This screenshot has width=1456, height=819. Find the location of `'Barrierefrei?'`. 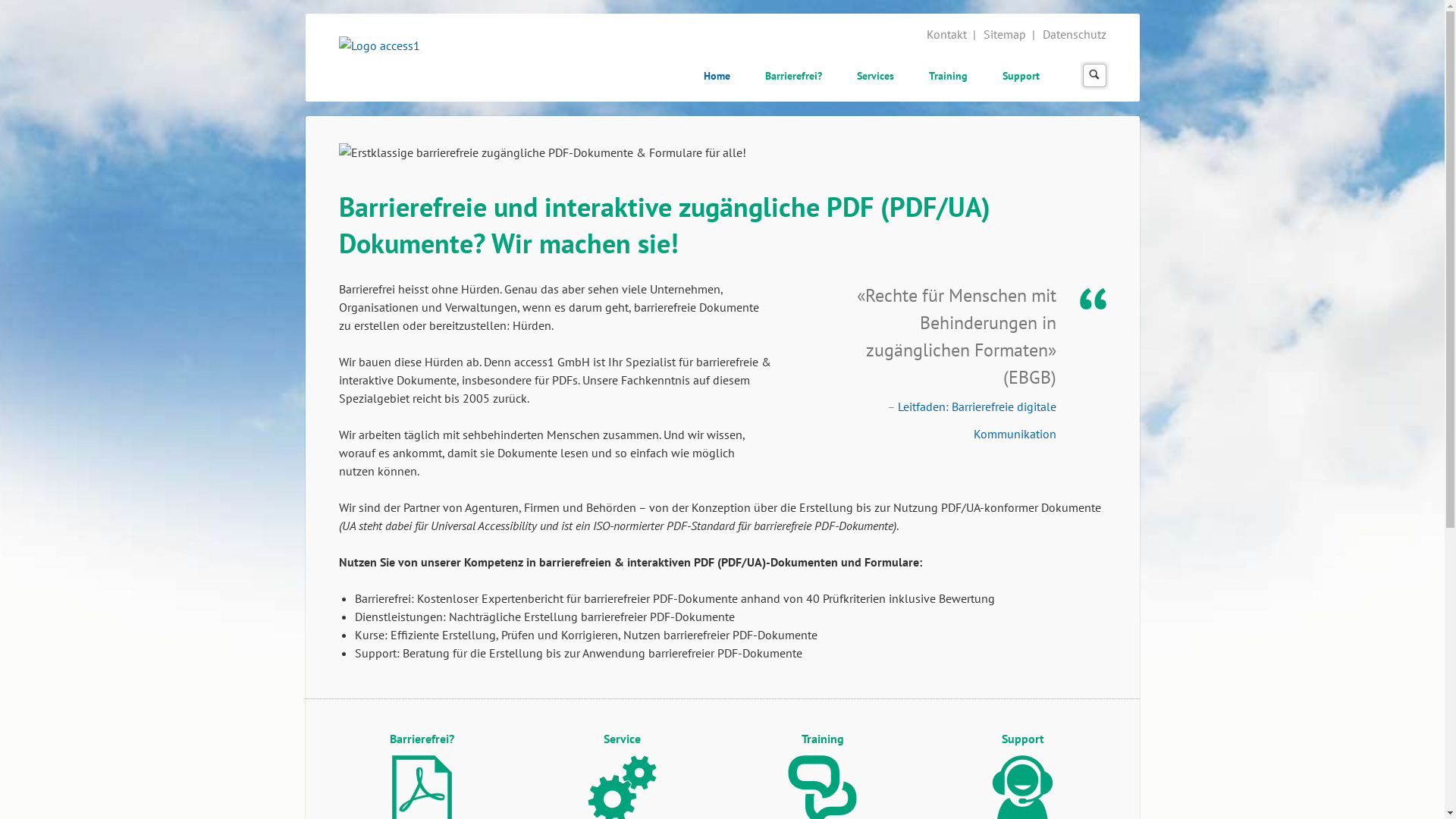

'Barrierefrei?' is located at coordinates (792, 77).